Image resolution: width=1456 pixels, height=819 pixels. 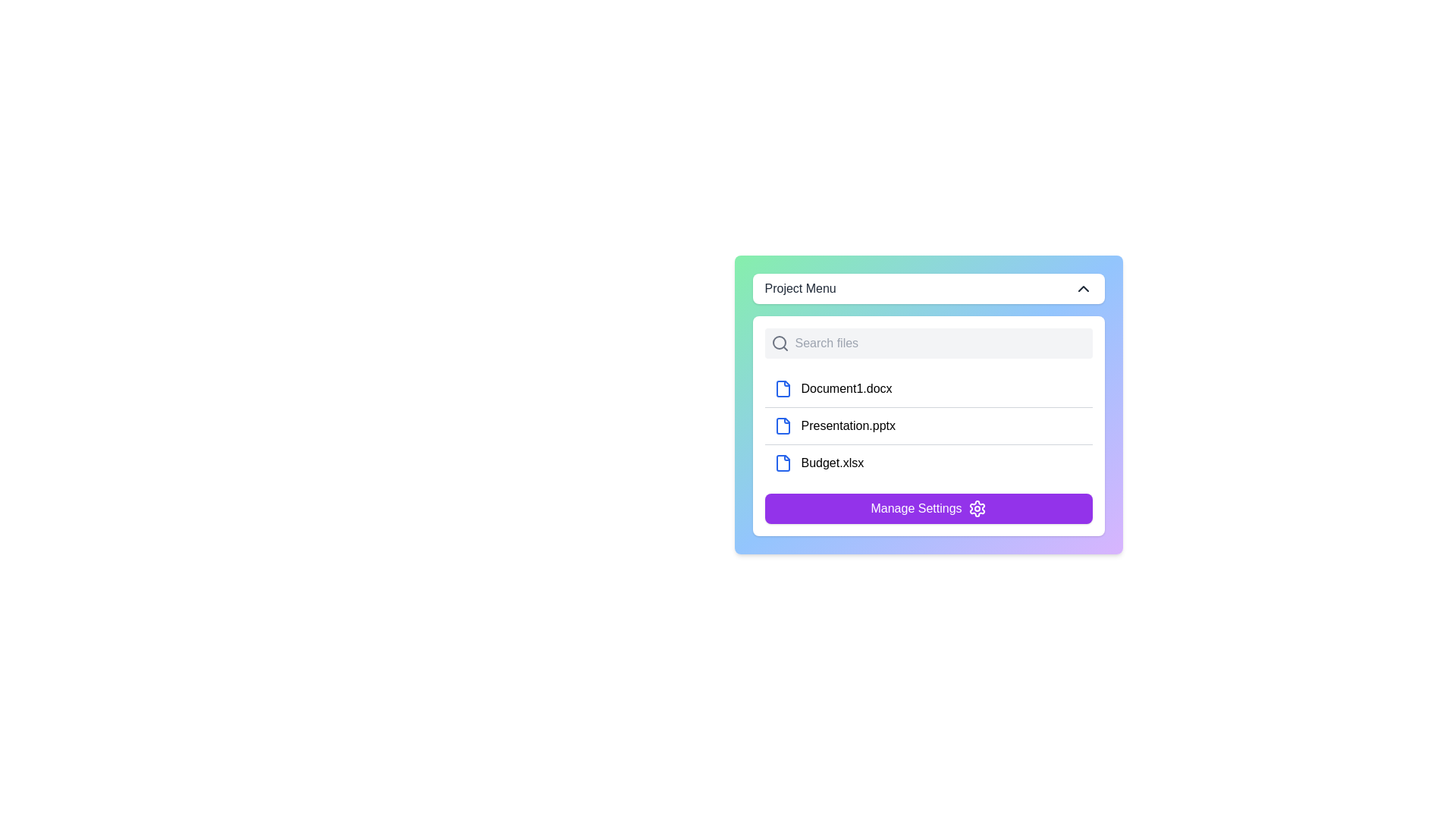 What do you see at coordinates (927, 426) in the screenshot?
I see `the file entry for 'Presentation.pptx'` at bounding box center [927, 426].